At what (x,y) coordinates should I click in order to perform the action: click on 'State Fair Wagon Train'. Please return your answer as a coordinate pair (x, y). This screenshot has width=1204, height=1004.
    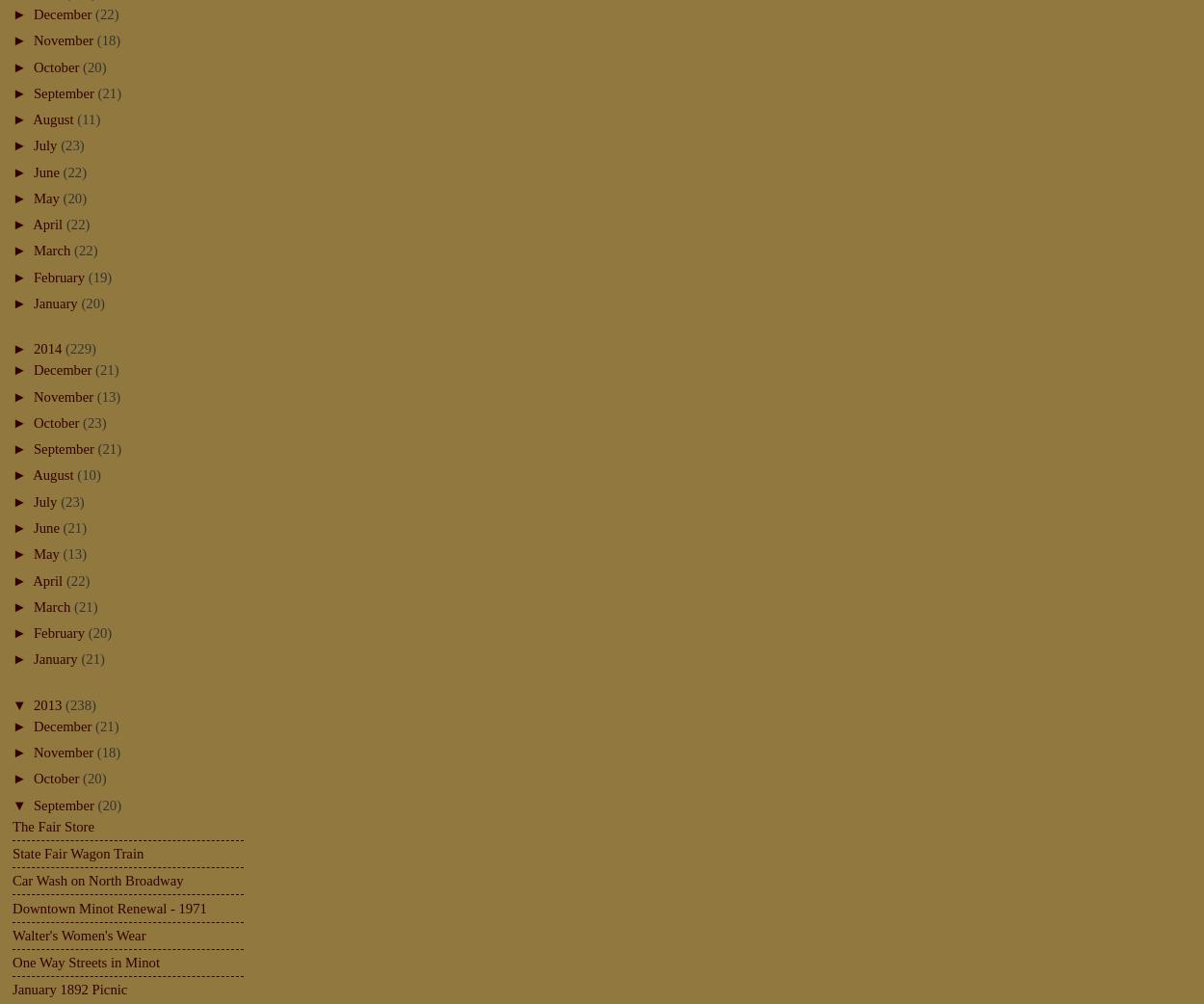
    Looking at the image, I should click on (77, 851).